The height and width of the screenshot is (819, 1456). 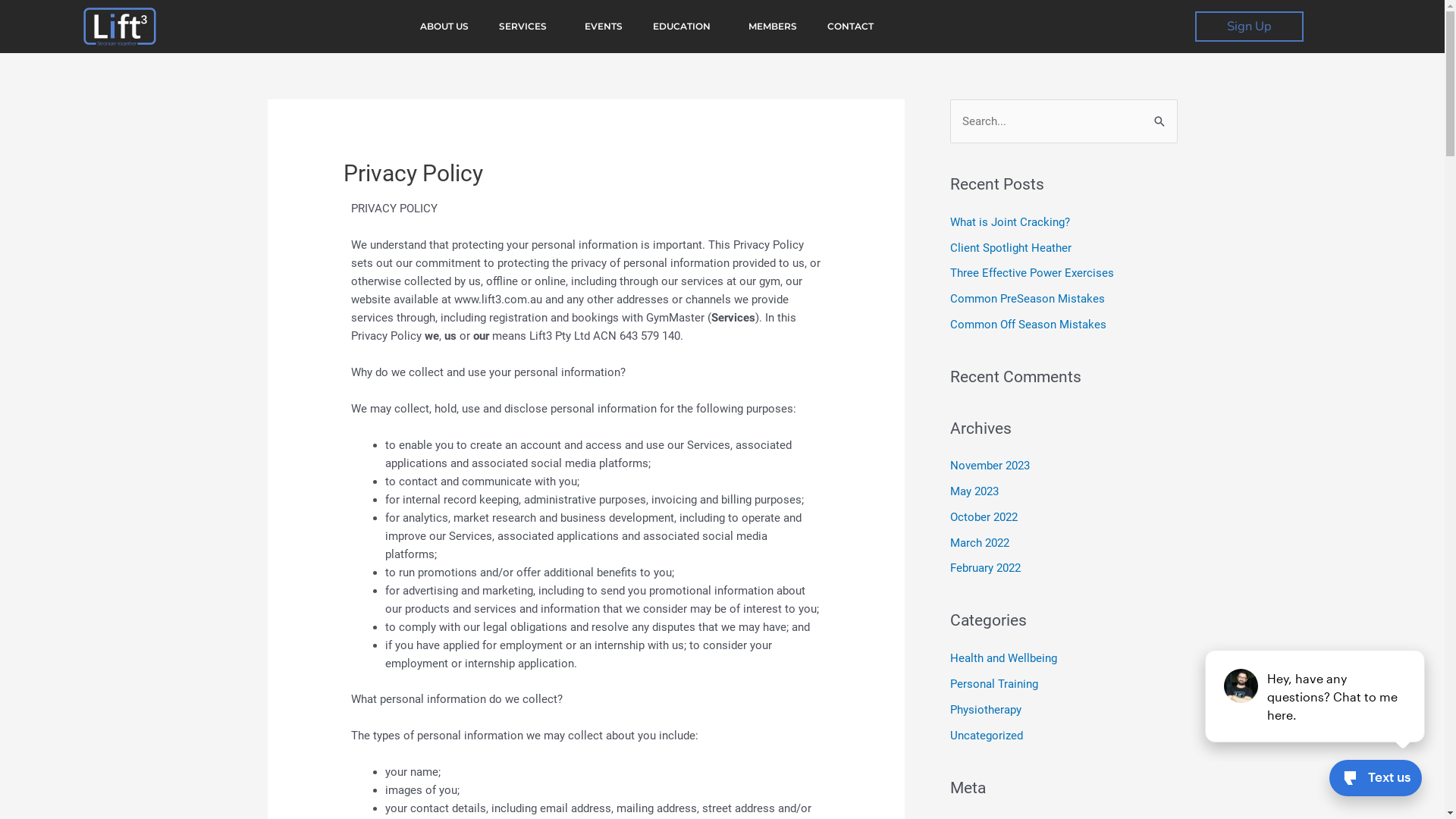 What do you see at coordinates (772, 26) in the screenshot?
I see `'MEMBERS'` at bounding box center [772, 26].